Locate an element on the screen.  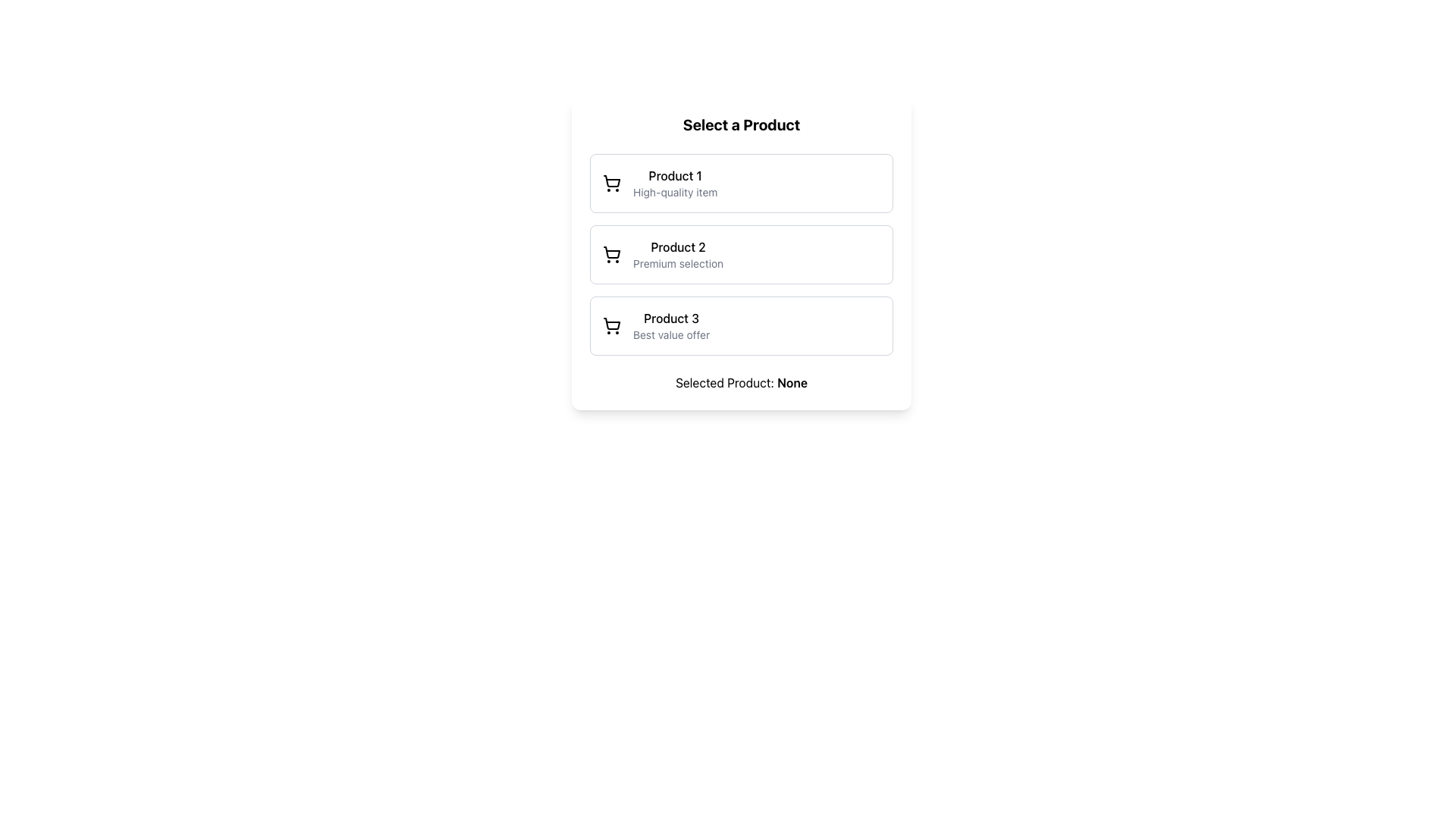
the descriptive text label for 'Product 3', which indicates it offers the best value compared to other products listed, located below the 'Product 3' label in the third selection box of the 'Select a Product' interface is located at coordinates (670, 334).